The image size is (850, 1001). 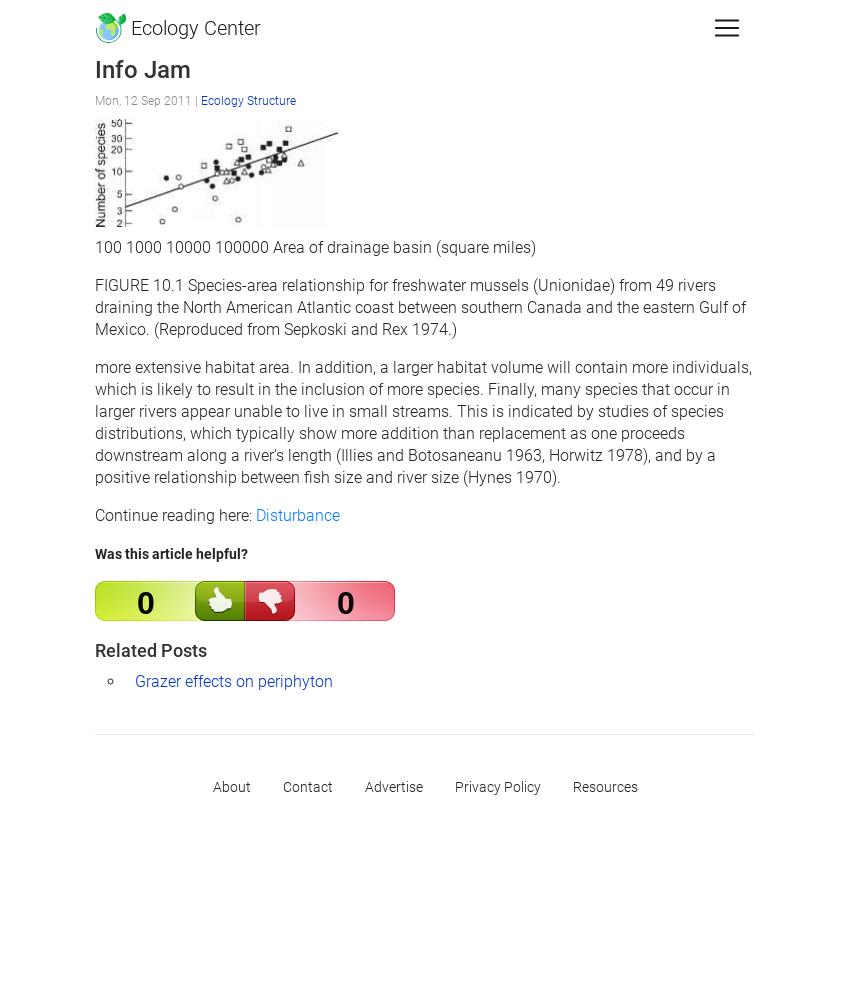 What do you see at coordinates (192, 28) in the screenshot?
I see `'Ecology Center'` at bounding box center [192, 28].